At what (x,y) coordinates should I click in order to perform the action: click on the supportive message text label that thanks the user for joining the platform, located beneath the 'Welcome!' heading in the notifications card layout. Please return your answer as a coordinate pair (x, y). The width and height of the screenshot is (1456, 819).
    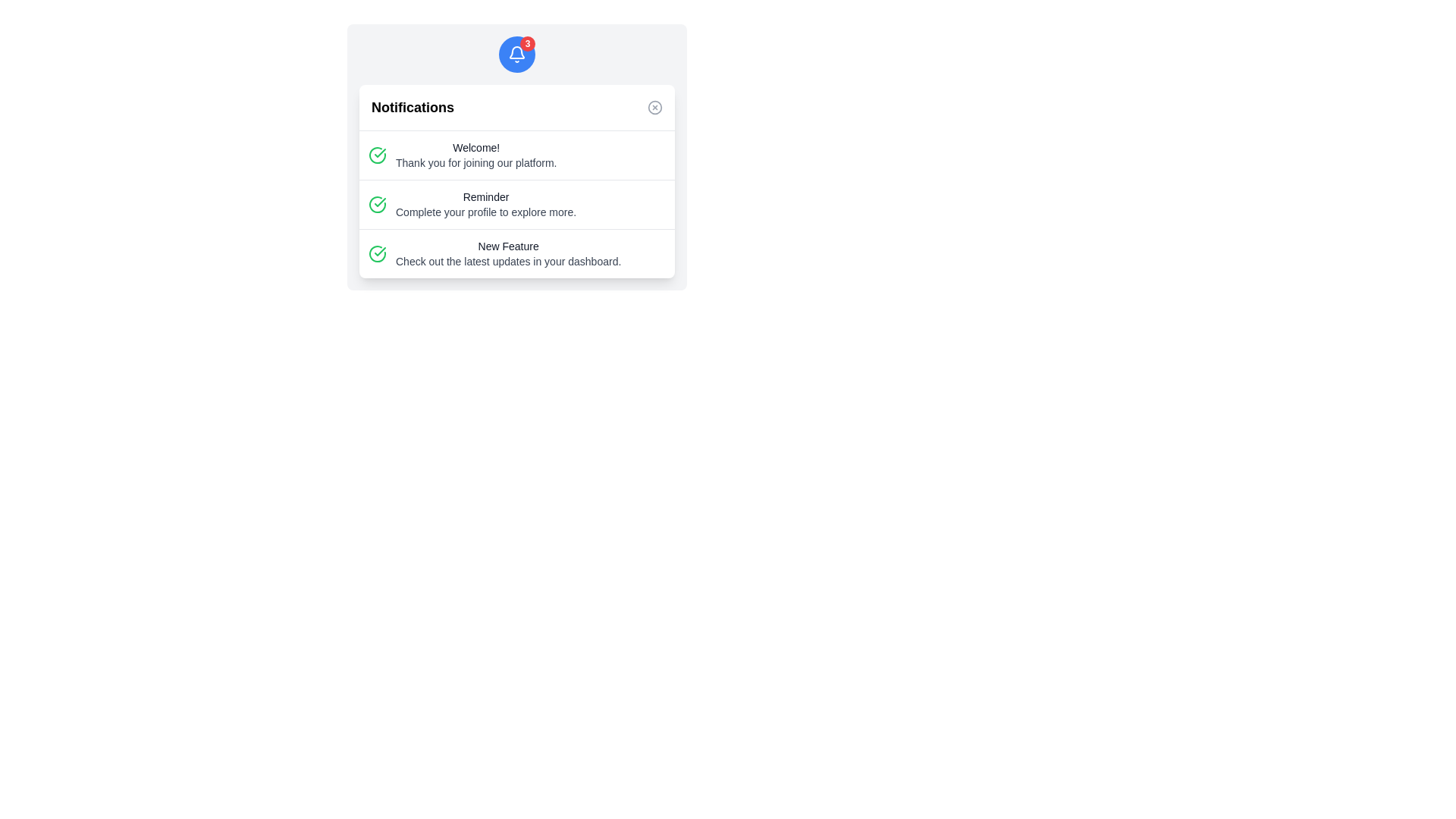
    Looking at the image, I should click on (475, 163).